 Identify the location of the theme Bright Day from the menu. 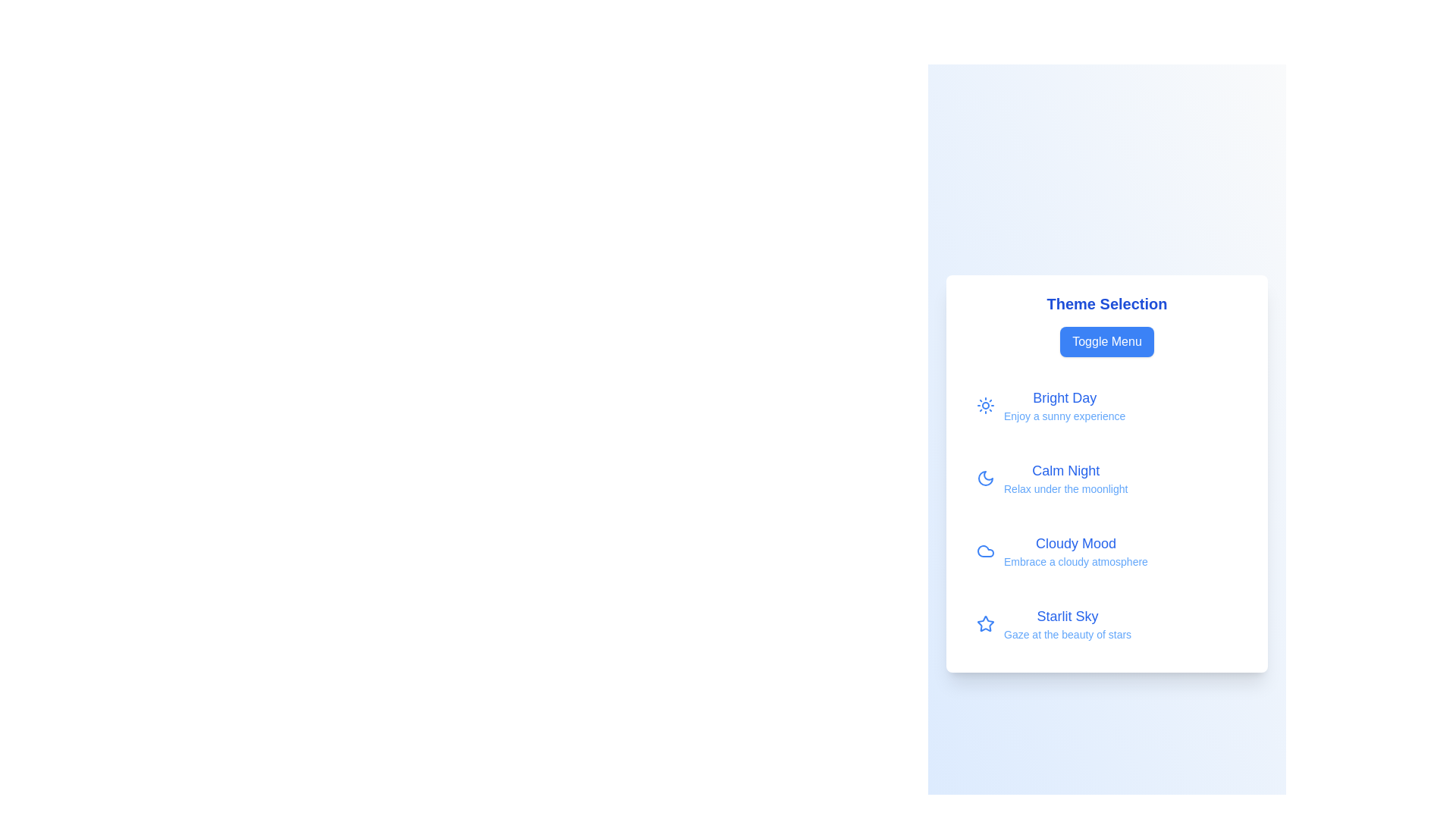
(1106, 405).